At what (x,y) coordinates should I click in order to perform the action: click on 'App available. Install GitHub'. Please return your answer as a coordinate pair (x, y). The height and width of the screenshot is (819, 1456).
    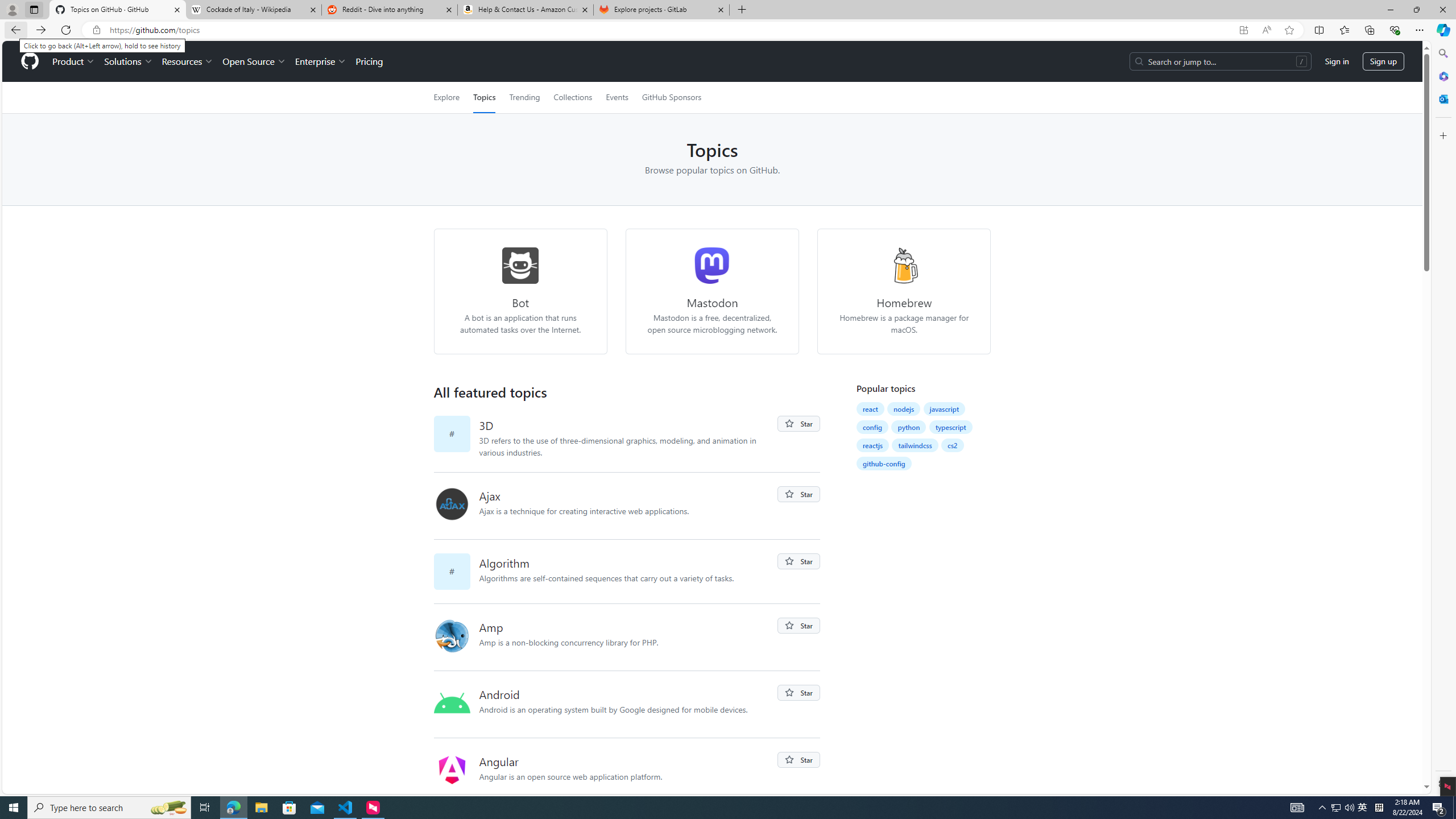
    Looking at the image, I should click on (1243, 30).